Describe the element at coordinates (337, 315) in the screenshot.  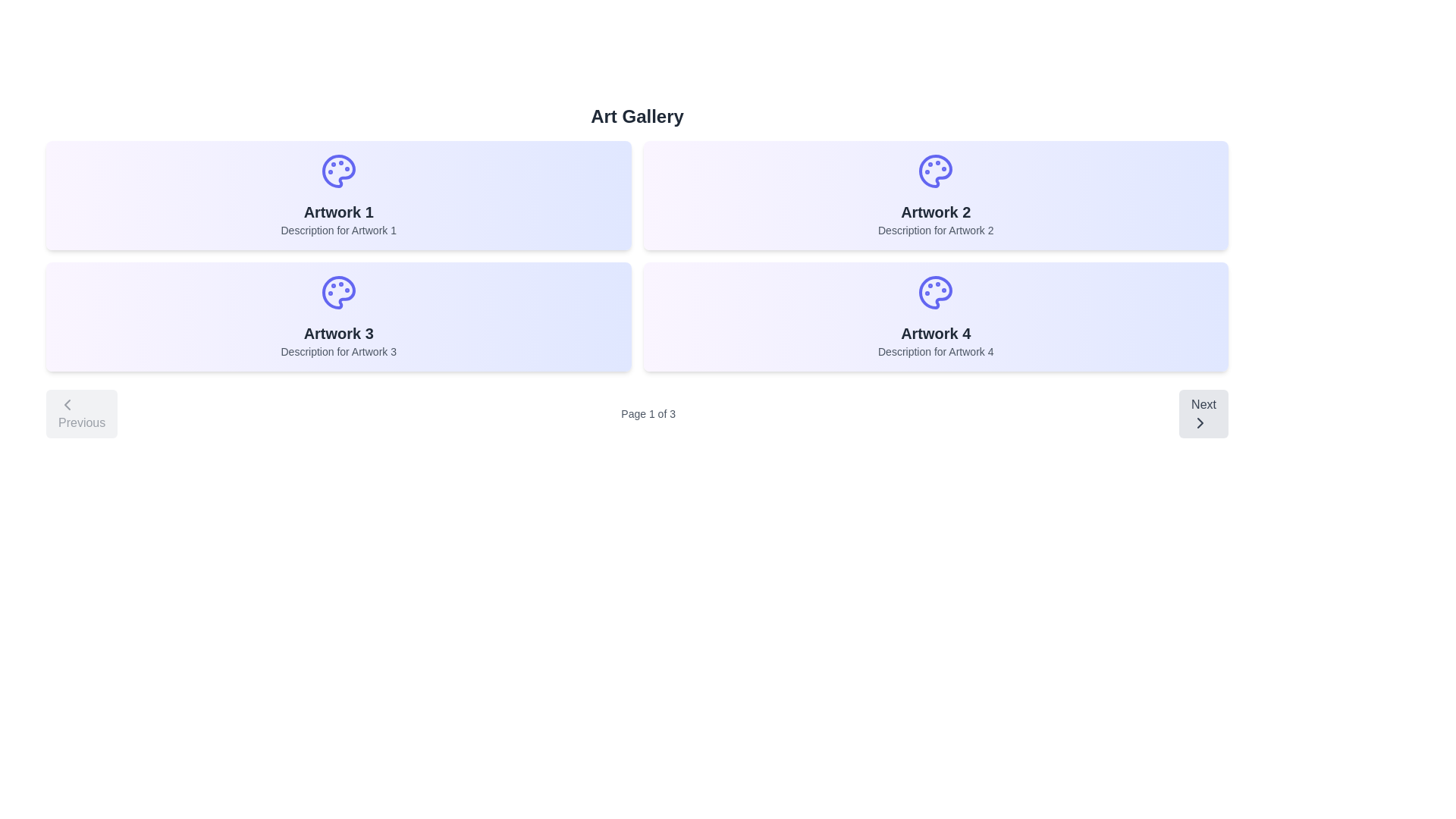
I see `the visual card that presents an artwork, located` at that location.